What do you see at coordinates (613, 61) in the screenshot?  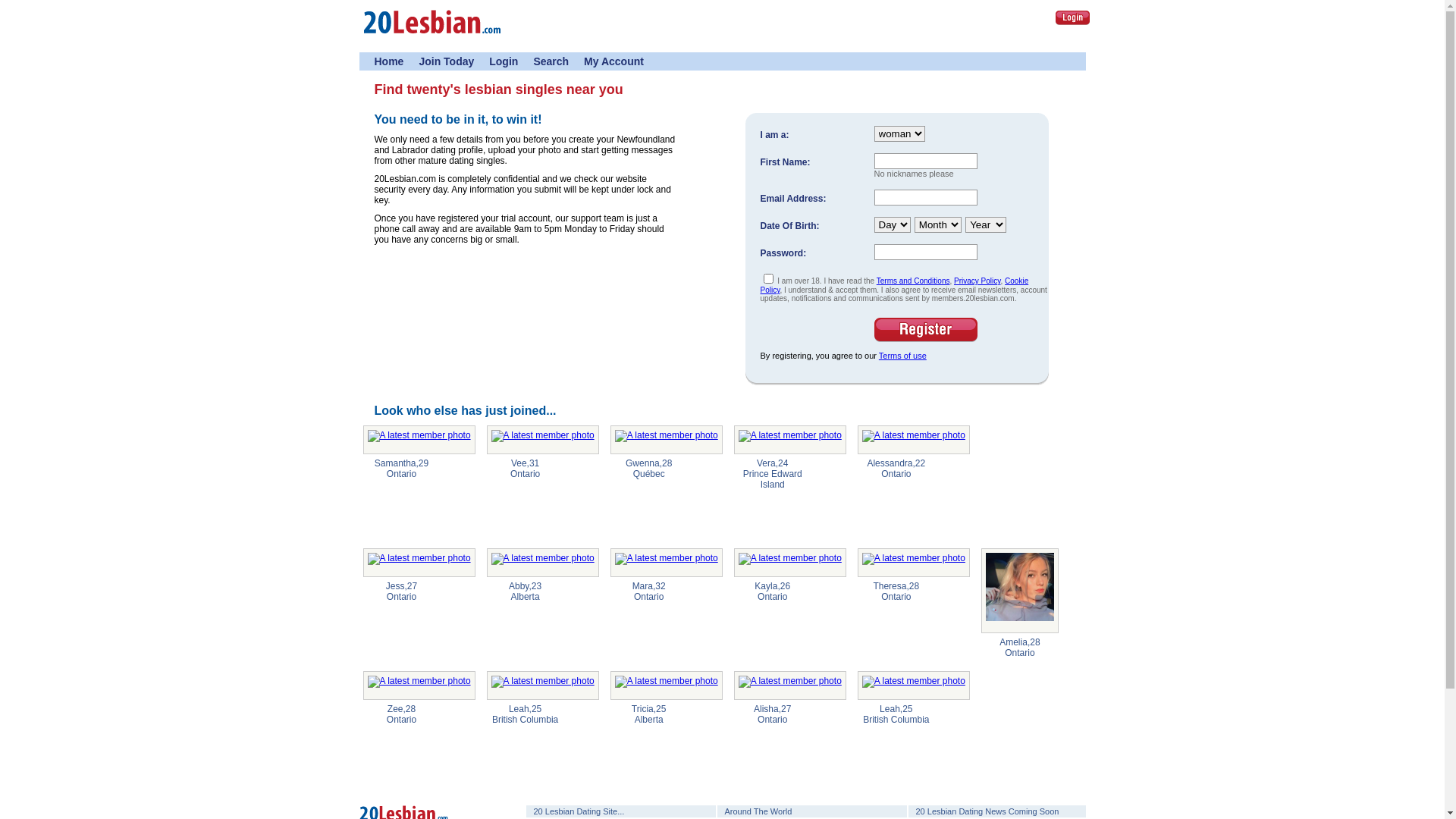 I see `'My Account'` at bounding box center [613, 61].